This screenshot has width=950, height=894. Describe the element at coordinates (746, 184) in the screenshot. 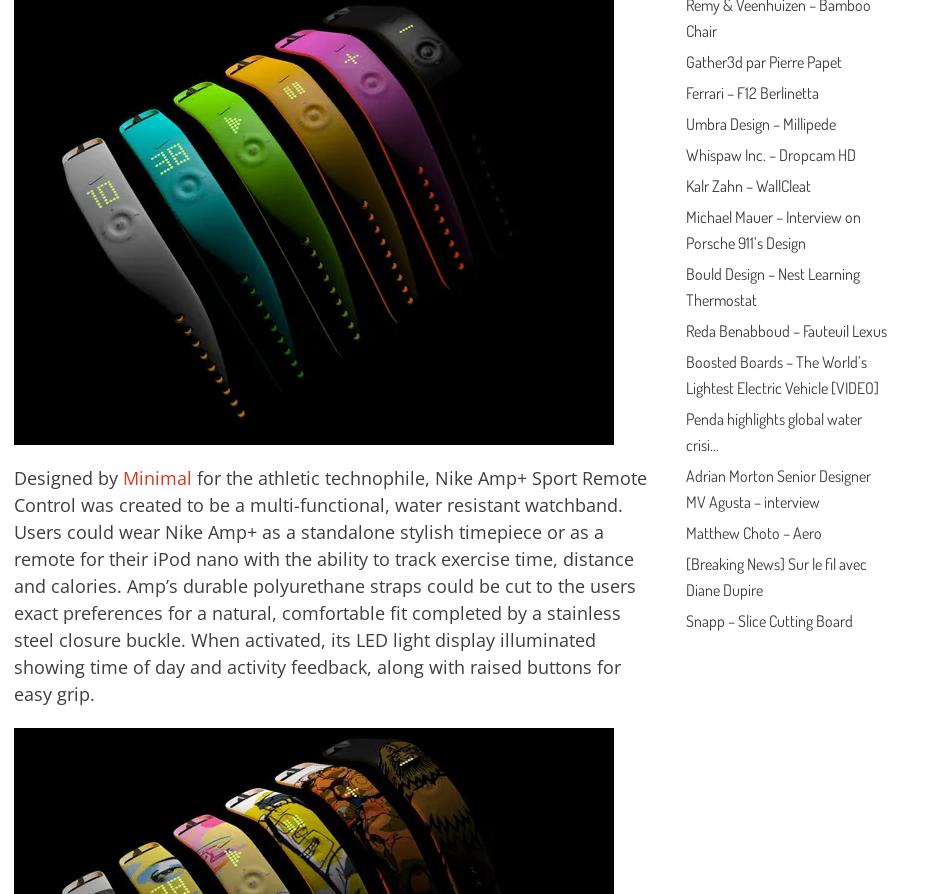

I see `'Kalr Zahn – WallCleat'` at that location.